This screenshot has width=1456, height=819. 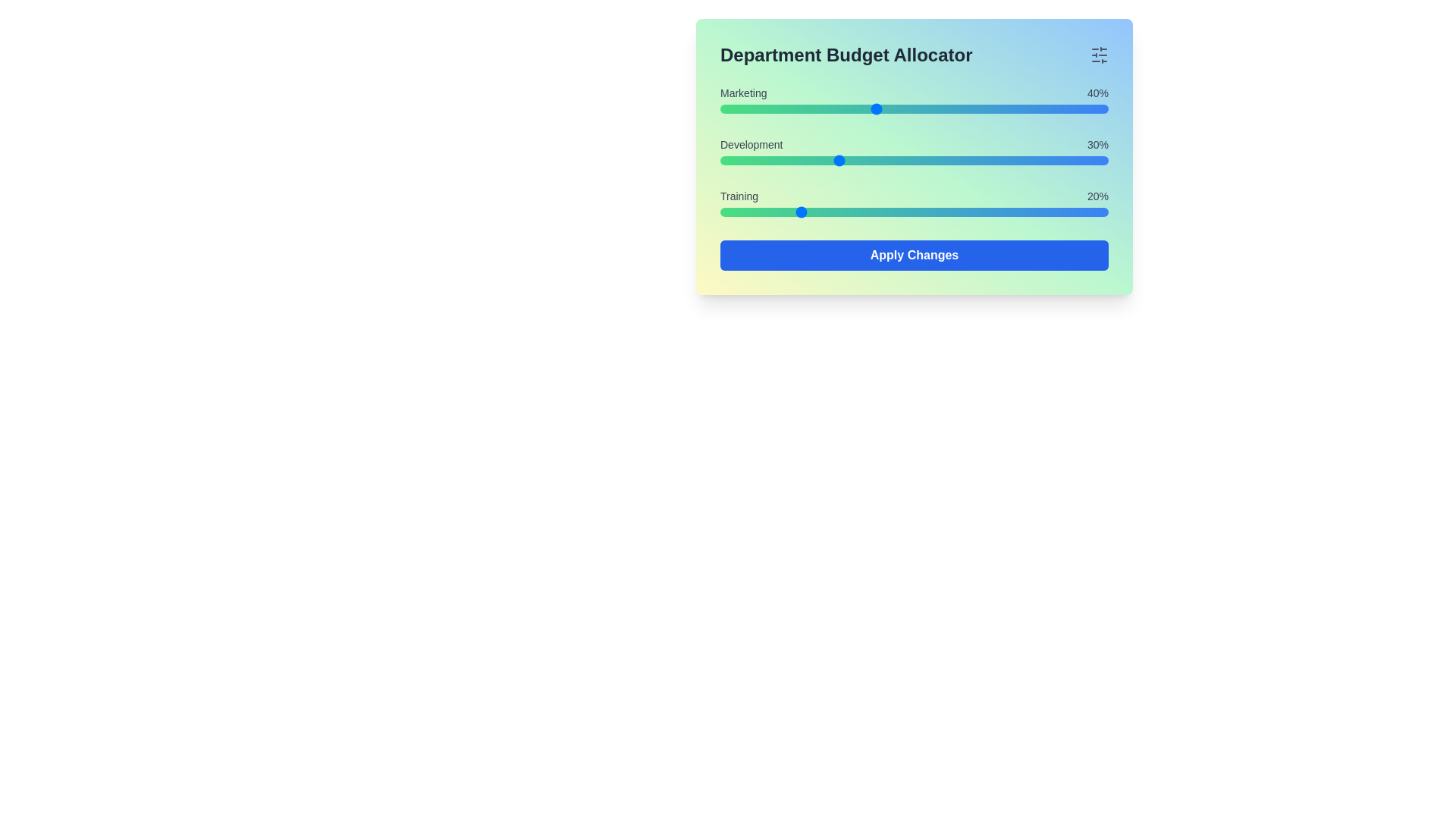 I want to click on the Marketing budget slider to 2%, so click(x=728, y=108).